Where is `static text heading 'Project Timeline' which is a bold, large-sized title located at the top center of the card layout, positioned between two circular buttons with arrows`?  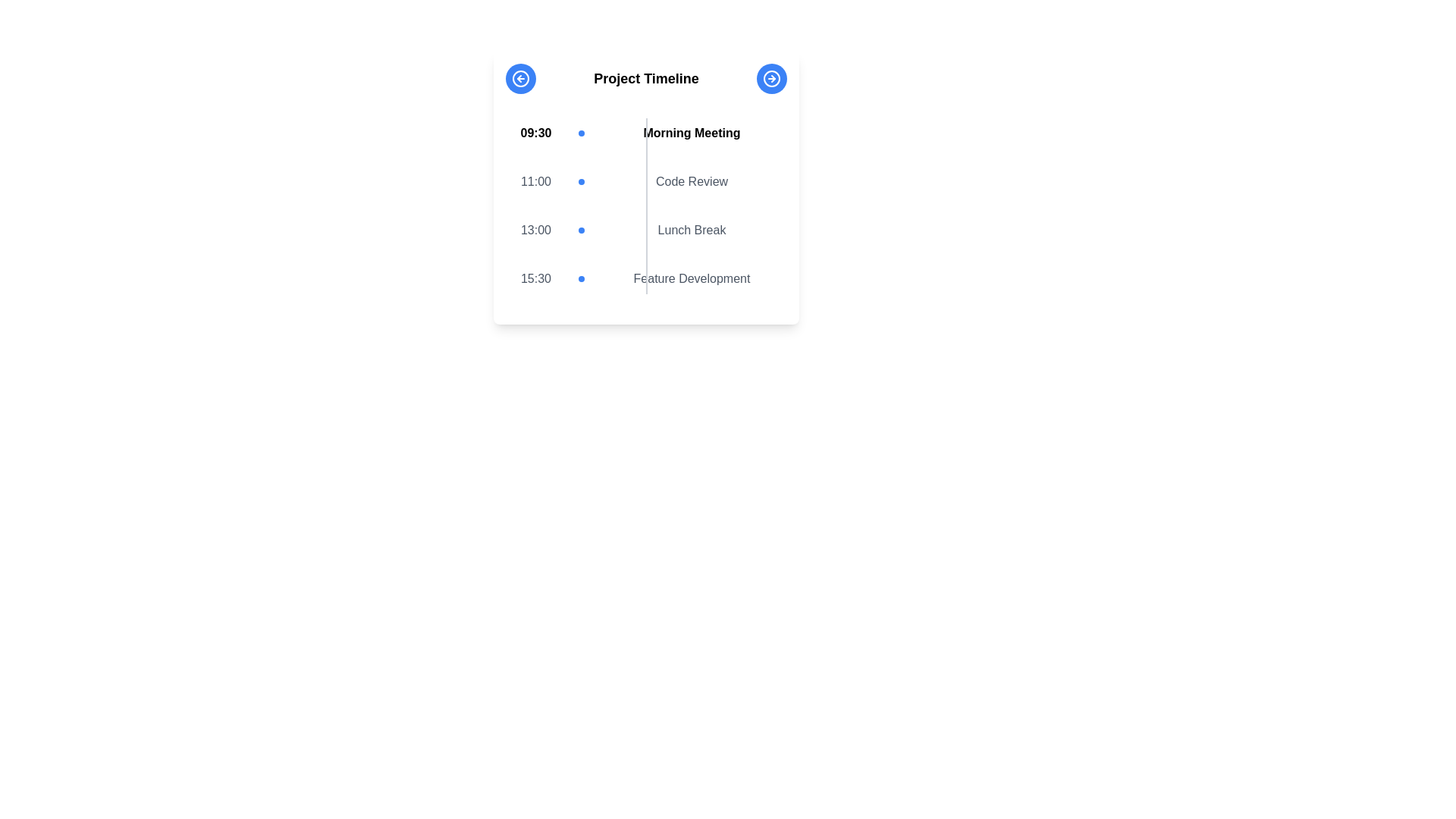
static text heading 'Project Timeline' which is a bold, large-sized title located at the top center of the card layout, positioned between two circular buttons with arrows is located at coordinates (646, 79).